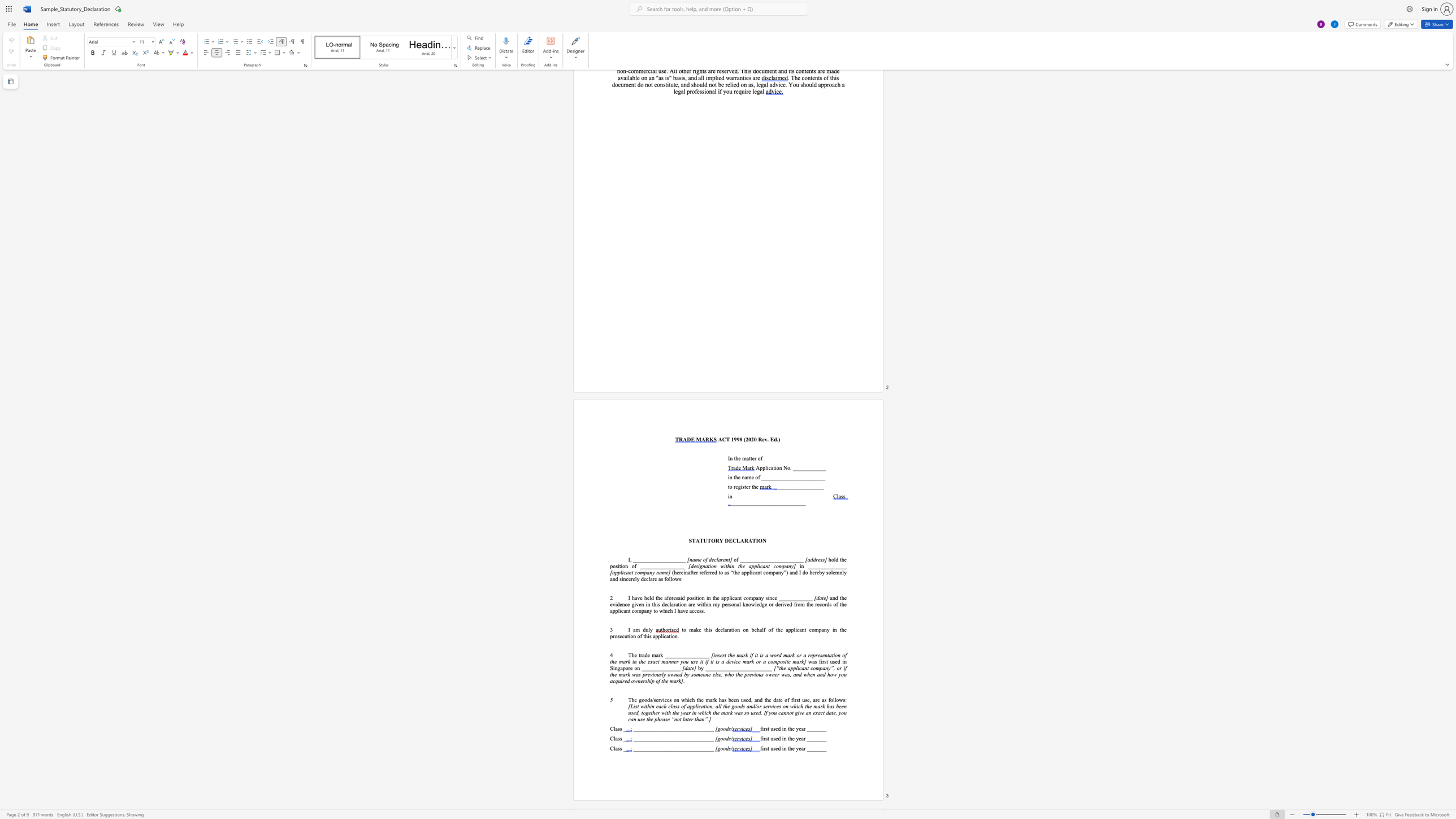  I want to click on the subset text "rant]" within the text "[name of declarant]", so click(721, 559).